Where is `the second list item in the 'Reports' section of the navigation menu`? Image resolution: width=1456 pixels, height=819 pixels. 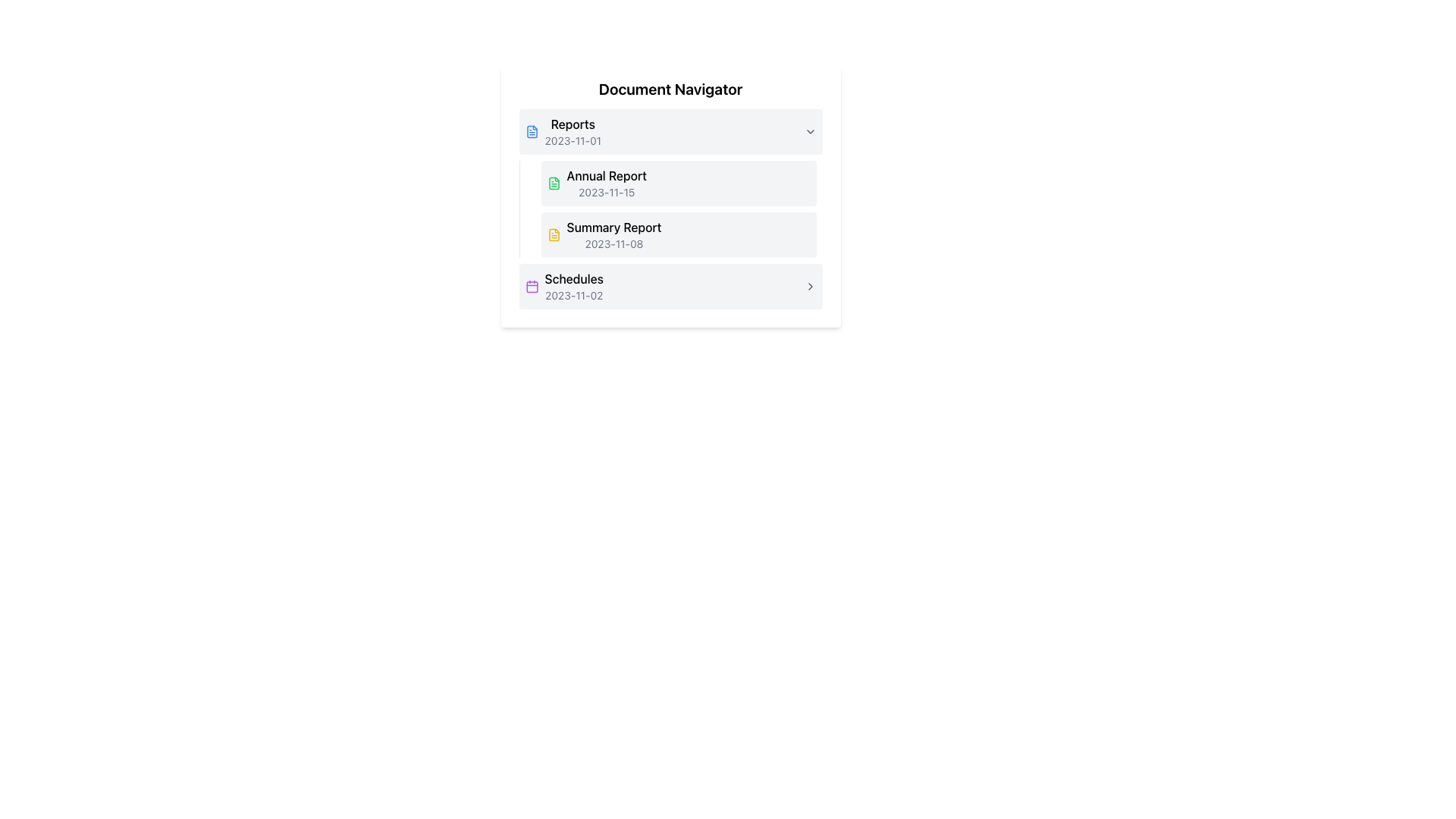
the second list item in the 'Reports' section of the navigation menu is located at coordinates (677, 234).